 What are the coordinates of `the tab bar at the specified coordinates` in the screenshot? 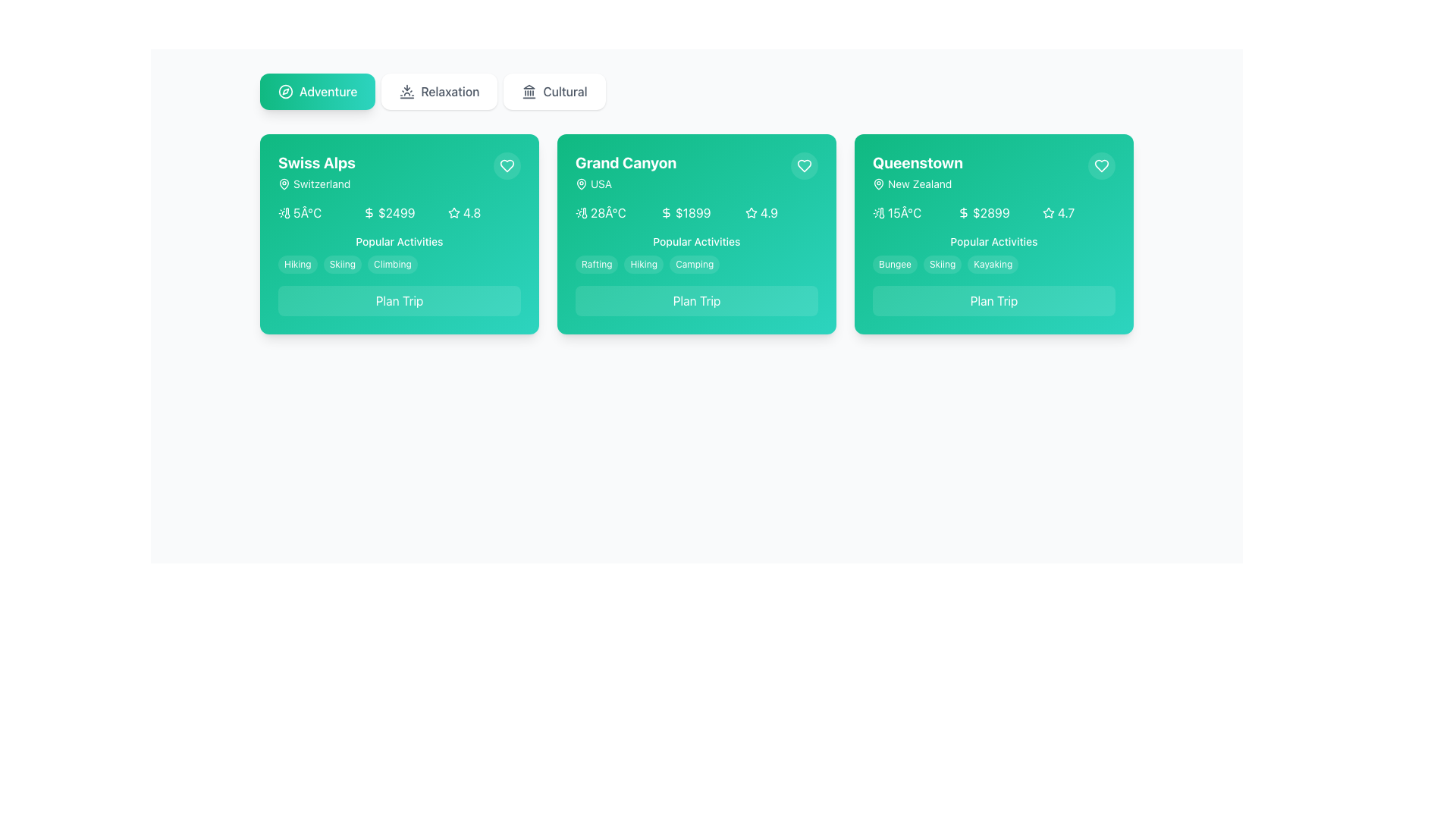 It's located at (695, 91).